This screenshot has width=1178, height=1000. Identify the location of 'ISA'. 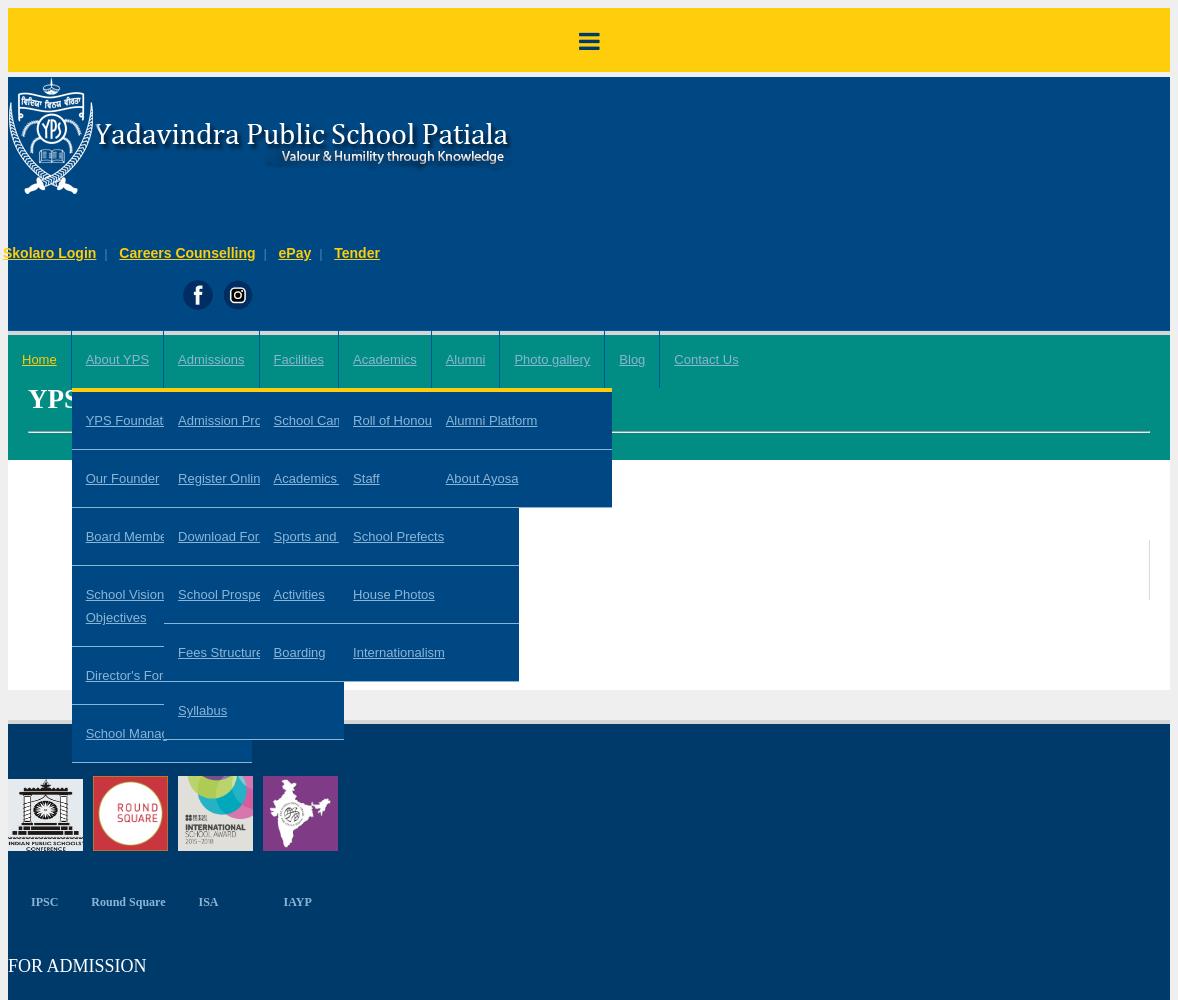
(207, 901).